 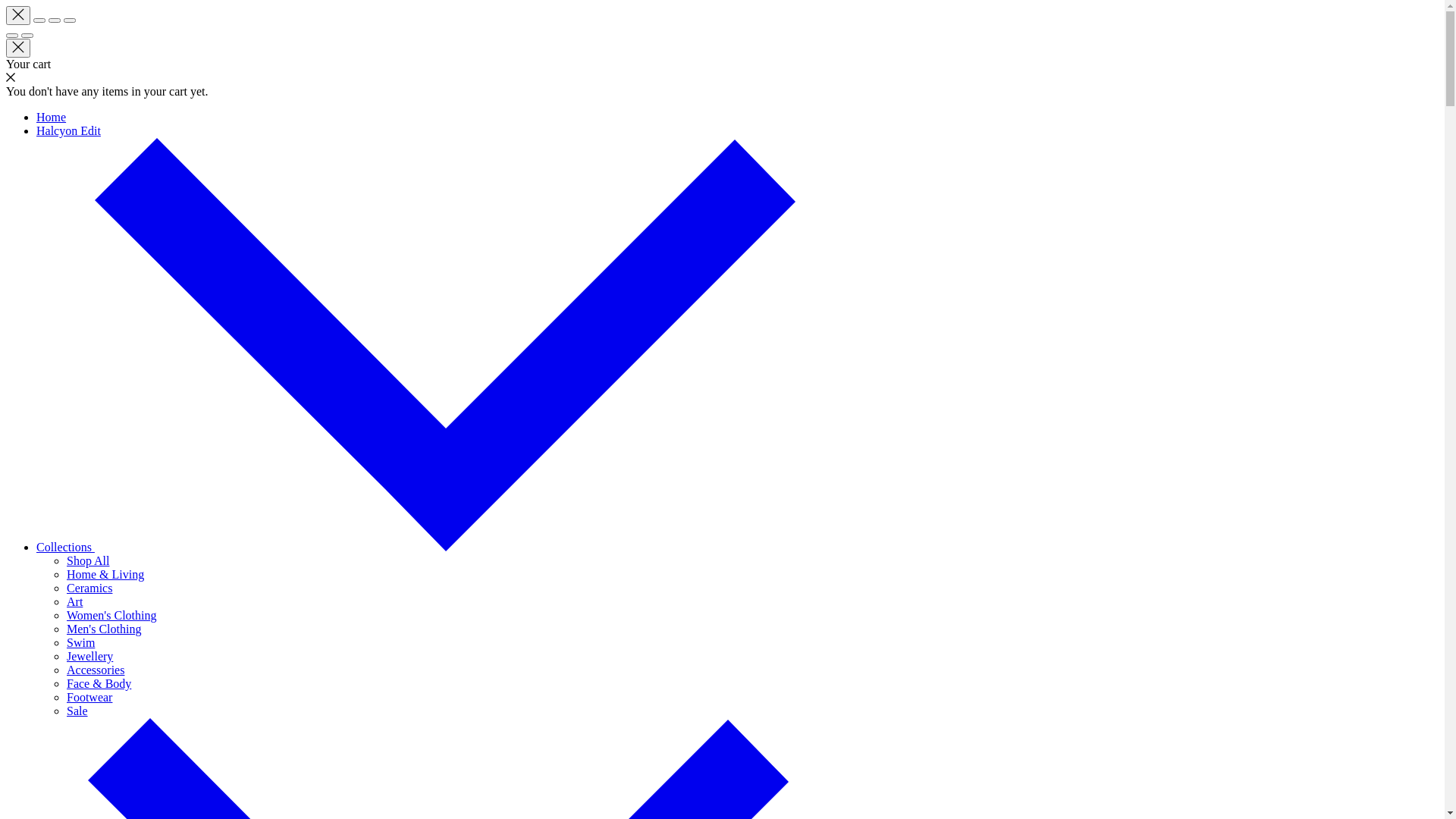 What do you see at coordinates (18, 47) in the screenshot?
I see `'Close Thin Icon'` at bounding box center [18, 47].